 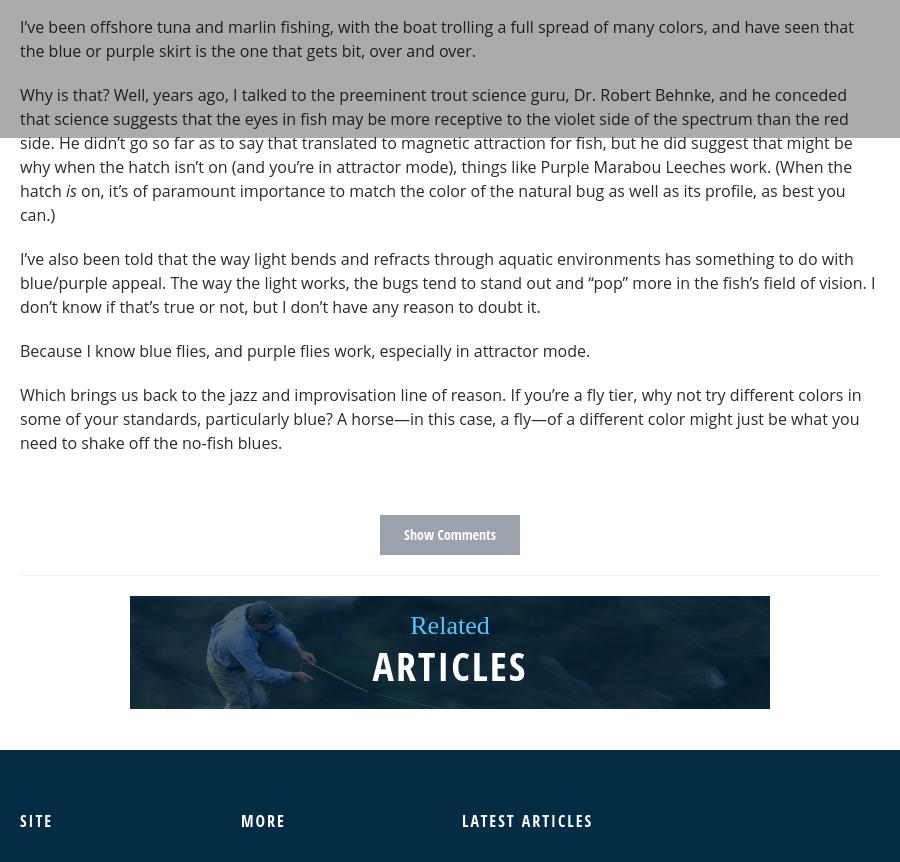 What do you see at coordinates (18, 819) in the screenshot?
I see `'Site'` at bounding box center [18, 819].